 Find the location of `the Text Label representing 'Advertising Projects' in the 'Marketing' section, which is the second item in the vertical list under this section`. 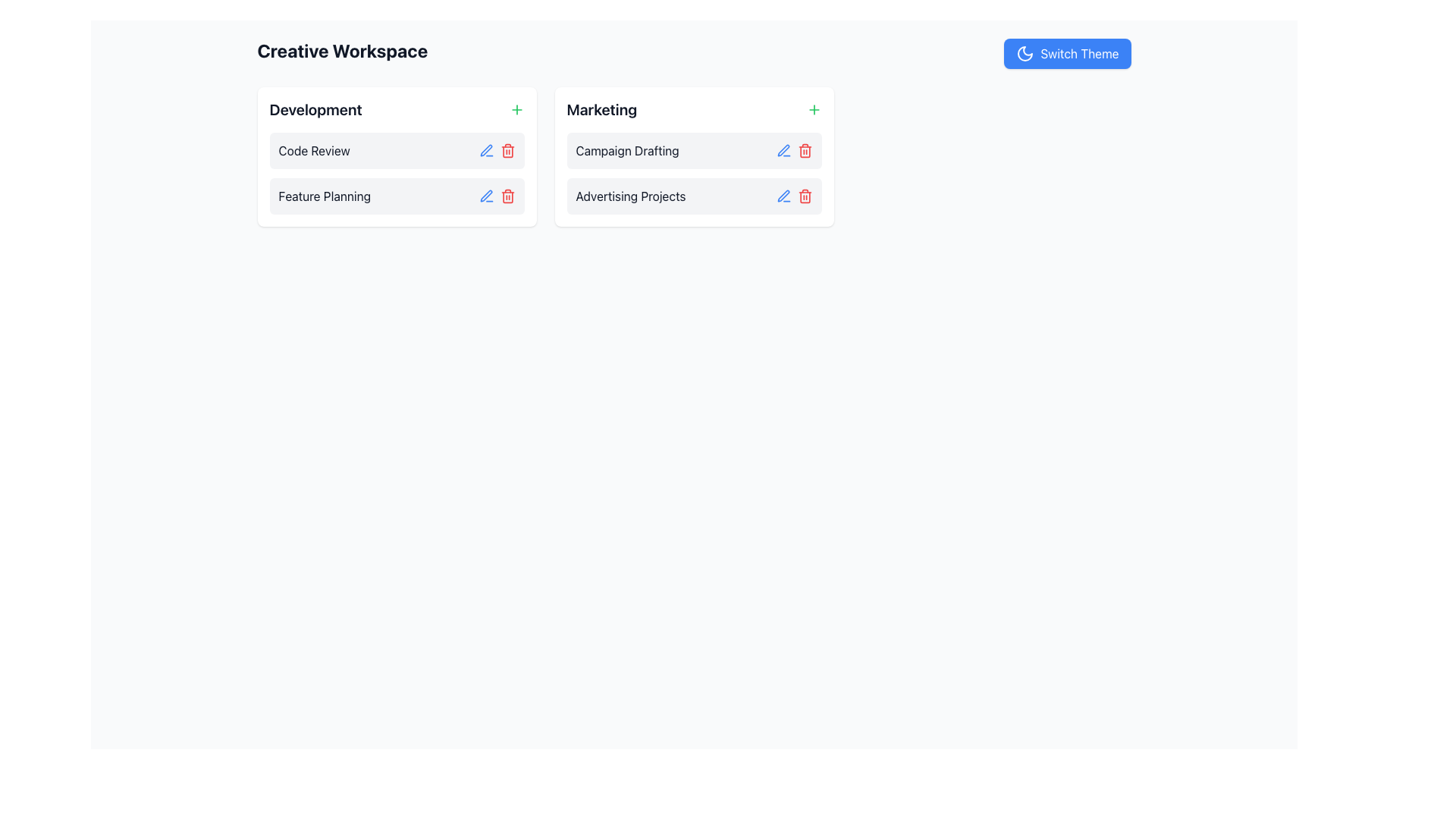

the Text Label representing 'Advertising Projects' in the 'Marketing' section, which is the second item in the vertical list under this section is located at coordinates (630, 195).